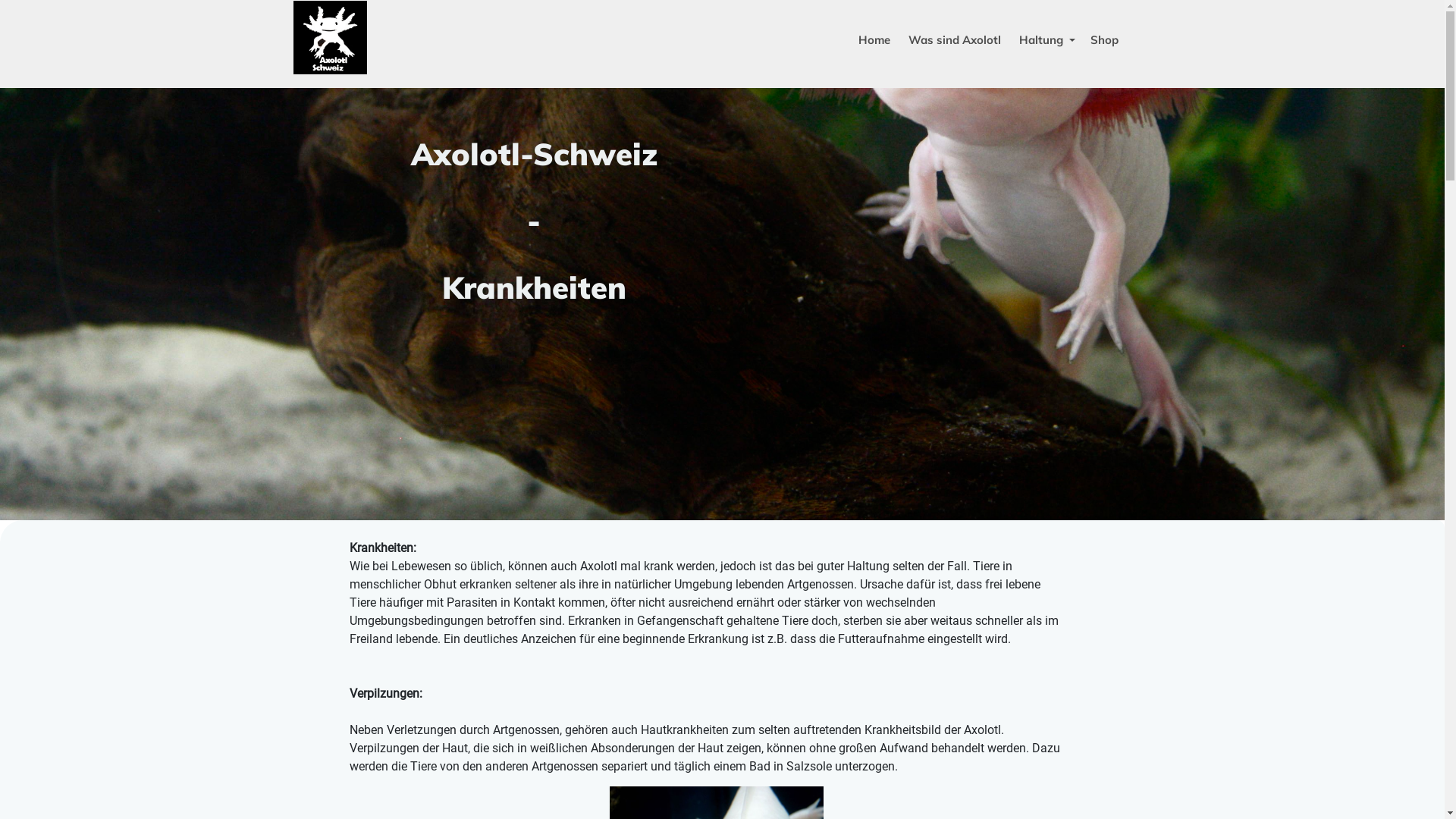 The height and width of the screenshot is (819, 1456). Describe the element at coordinates (874, 39) in the screenshot. I see `'Home'` at that location.